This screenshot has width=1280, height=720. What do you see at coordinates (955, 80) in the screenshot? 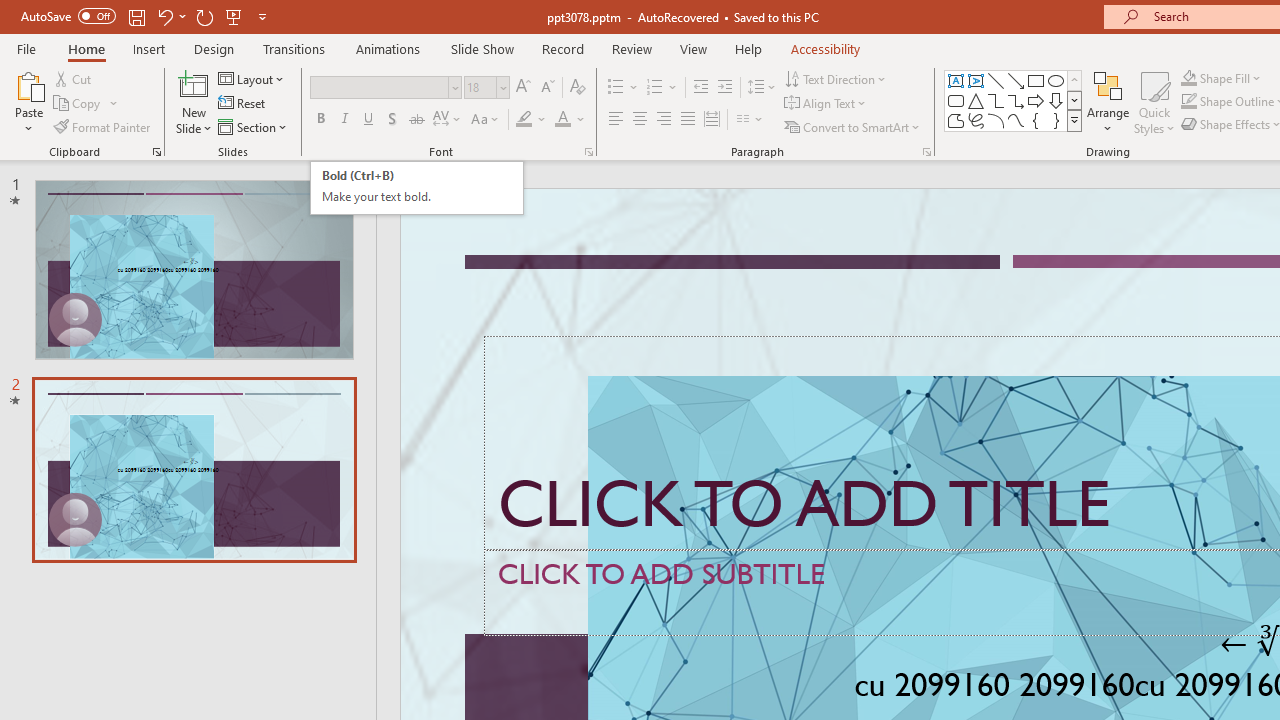
I see `'Text Box'` at bounding box center [955, 80].